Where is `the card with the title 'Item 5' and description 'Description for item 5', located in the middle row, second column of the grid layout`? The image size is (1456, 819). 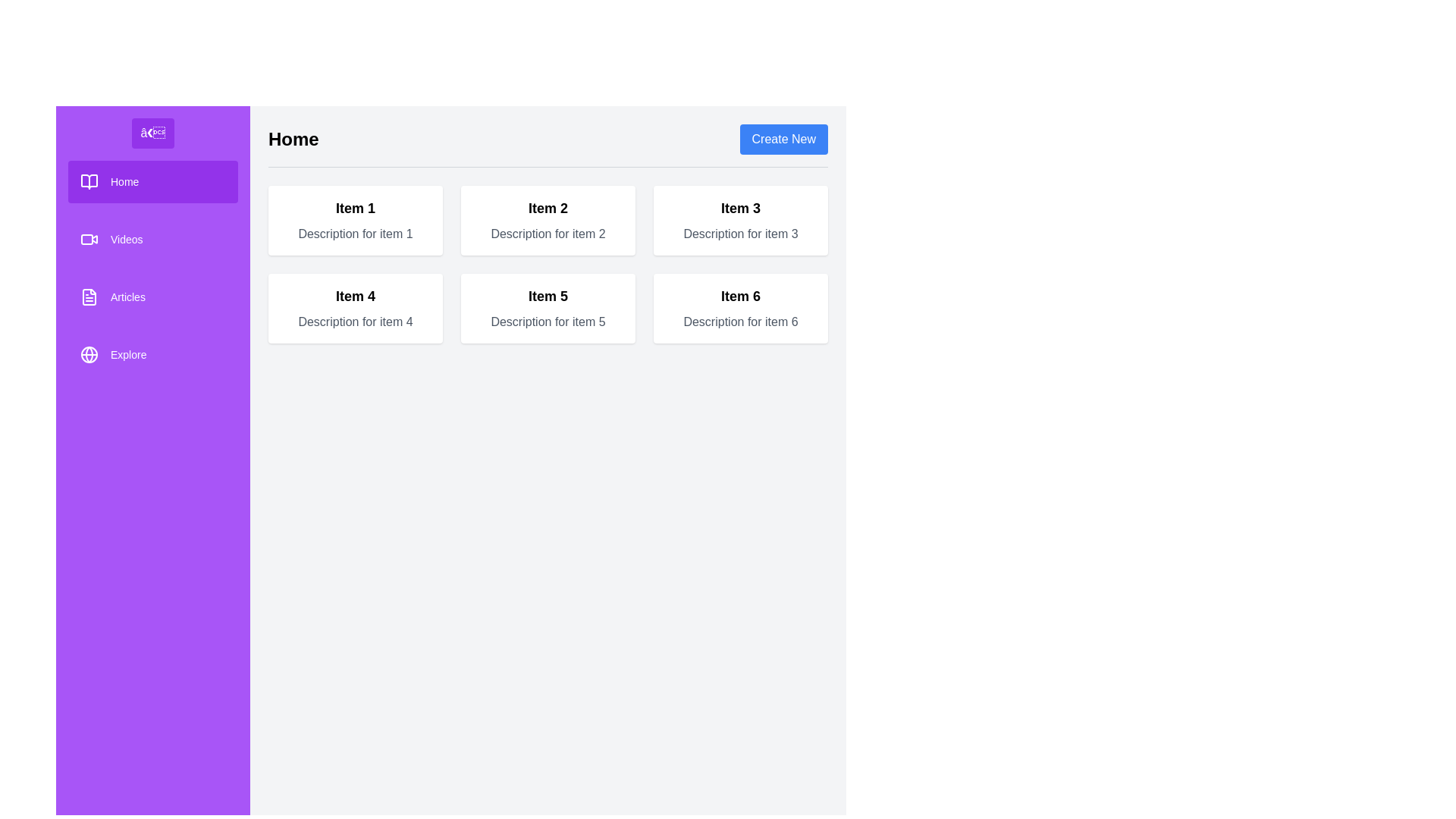
the card with the title 'Item 5' and description 'Description for item 5', located in the middle row, second column of the grid layout is located at coordinates (548, 308).